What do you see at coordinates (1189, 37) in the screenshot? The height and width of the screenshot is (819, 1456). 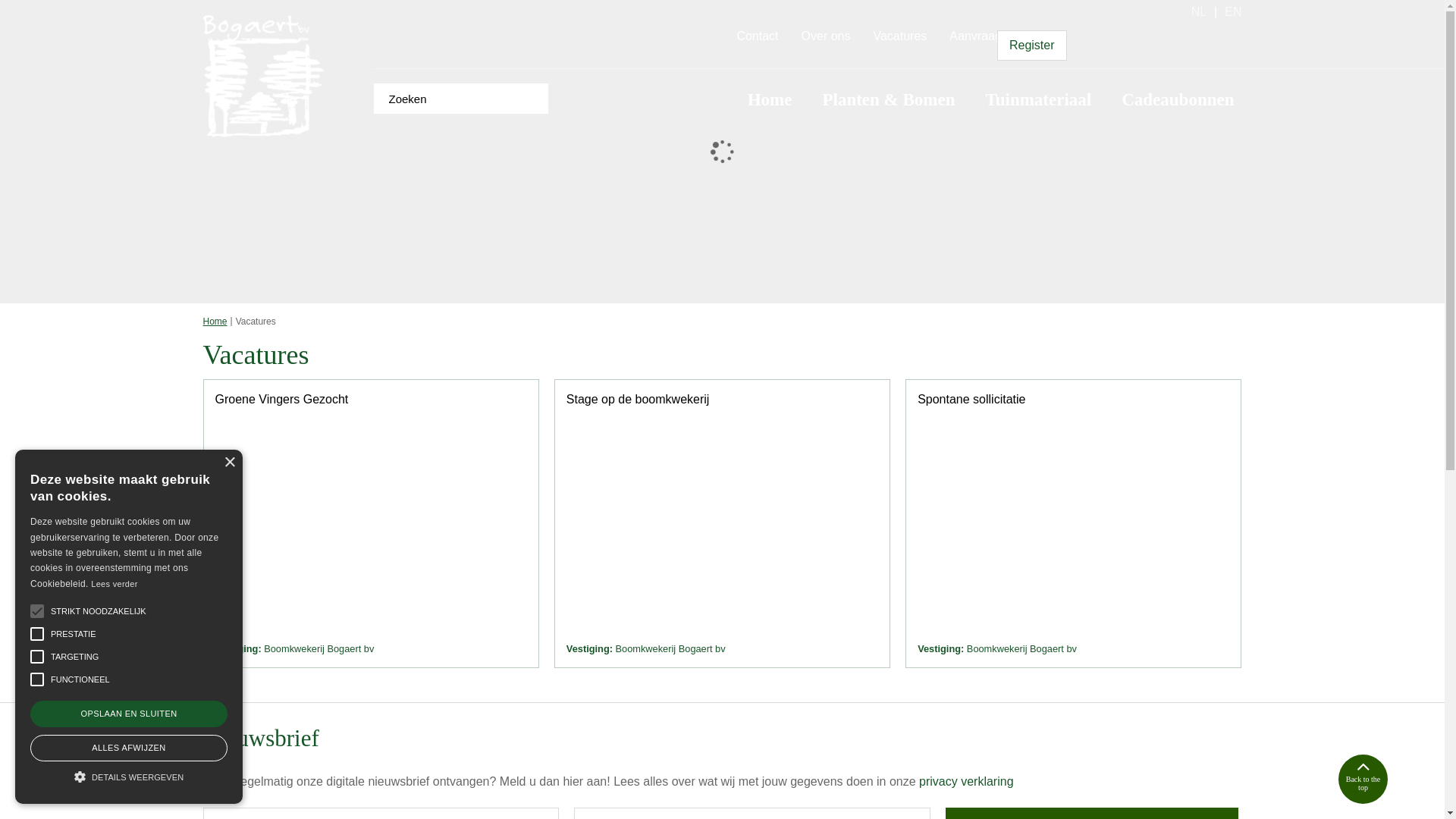 I see `'Ga naar je winkelwagen'` at bounding box center [1189, 37].